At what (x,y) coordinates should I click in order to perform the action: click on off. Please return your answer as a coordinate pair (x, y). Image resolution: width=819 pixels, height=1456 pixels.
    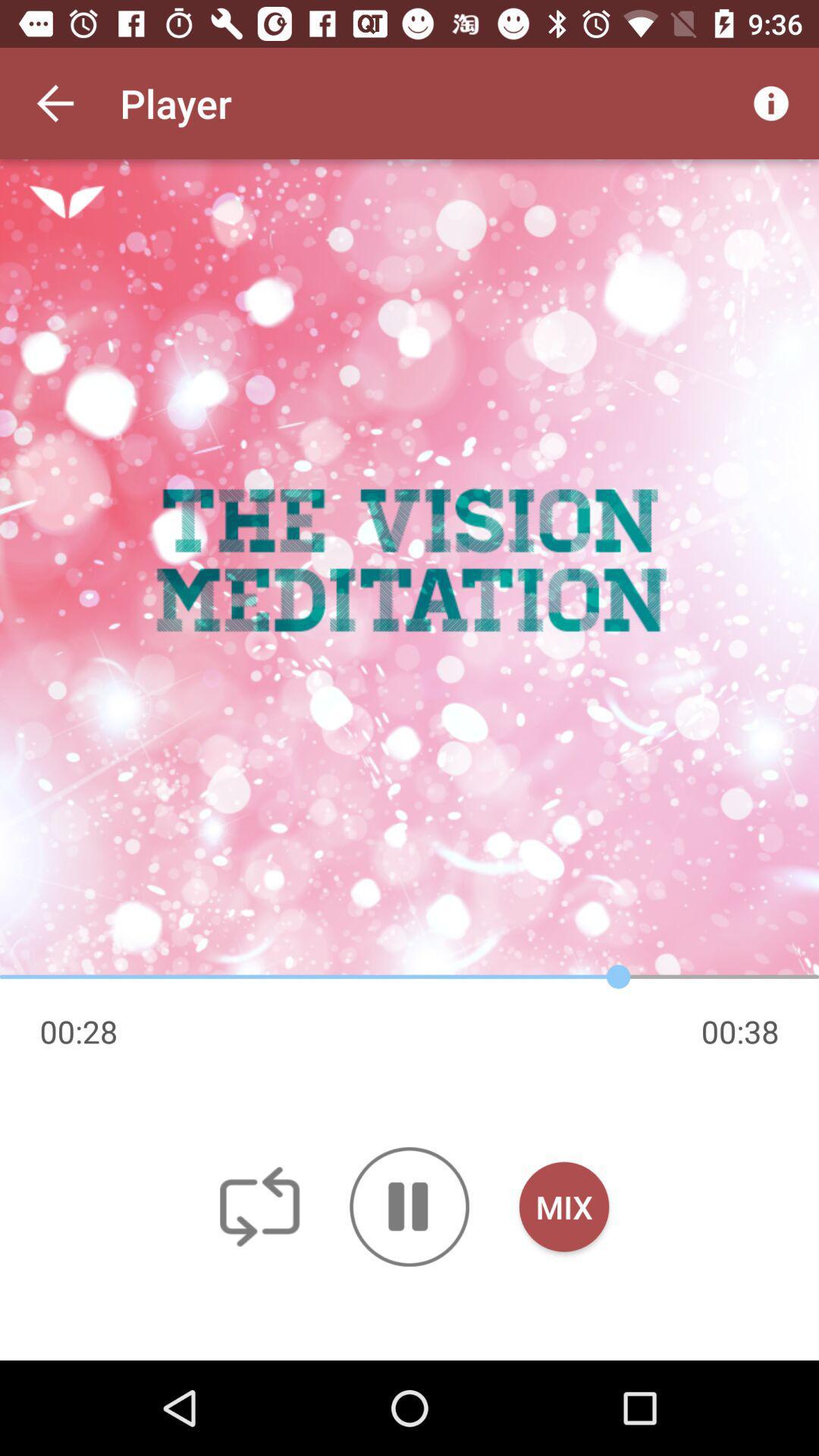
    Looking at the image, I should click on (259, 1206).